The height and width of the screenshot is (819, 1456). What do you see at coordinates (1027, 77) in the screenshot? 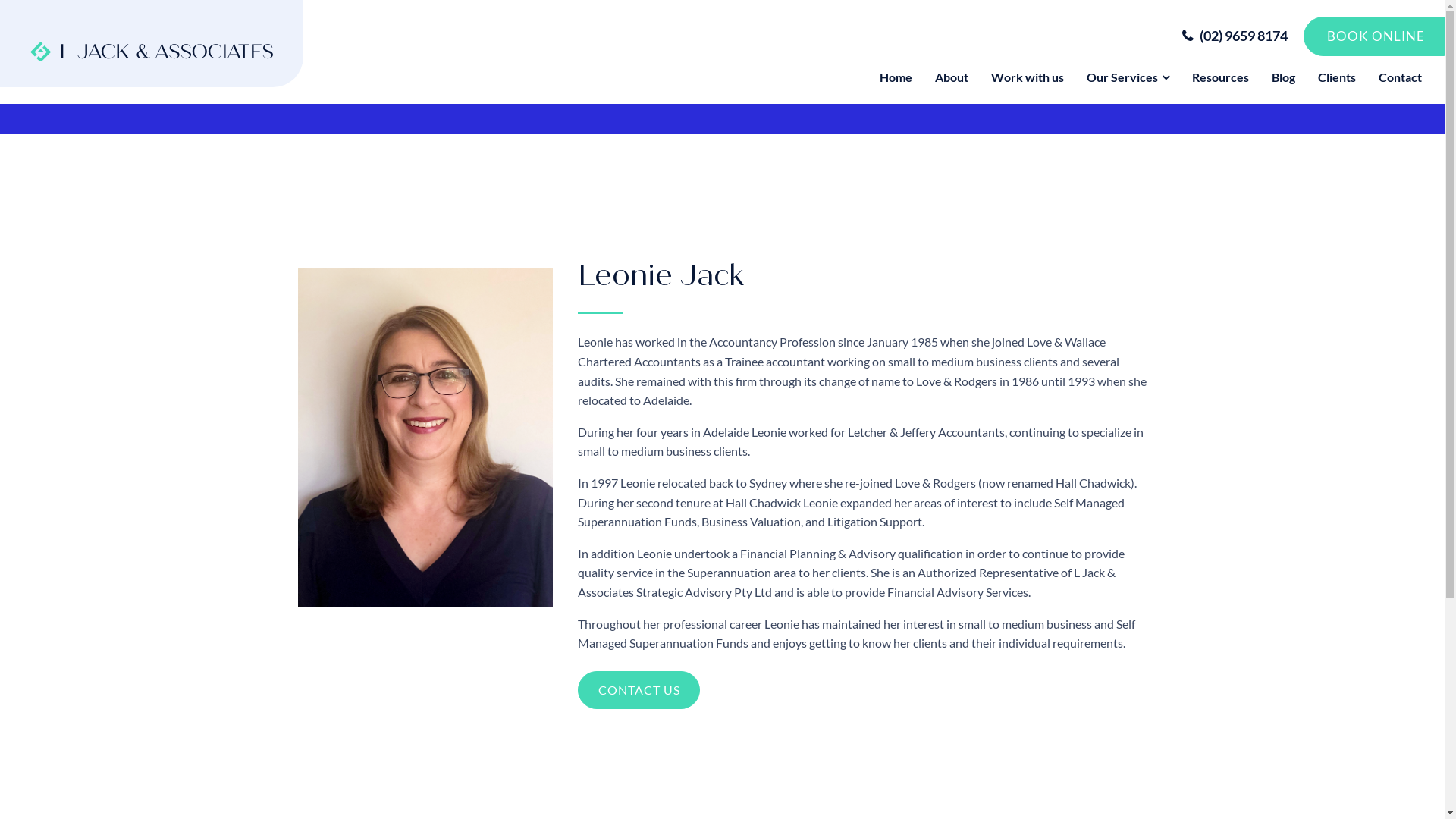
I see `'Work with us'` at bounding box center [1027, 77].